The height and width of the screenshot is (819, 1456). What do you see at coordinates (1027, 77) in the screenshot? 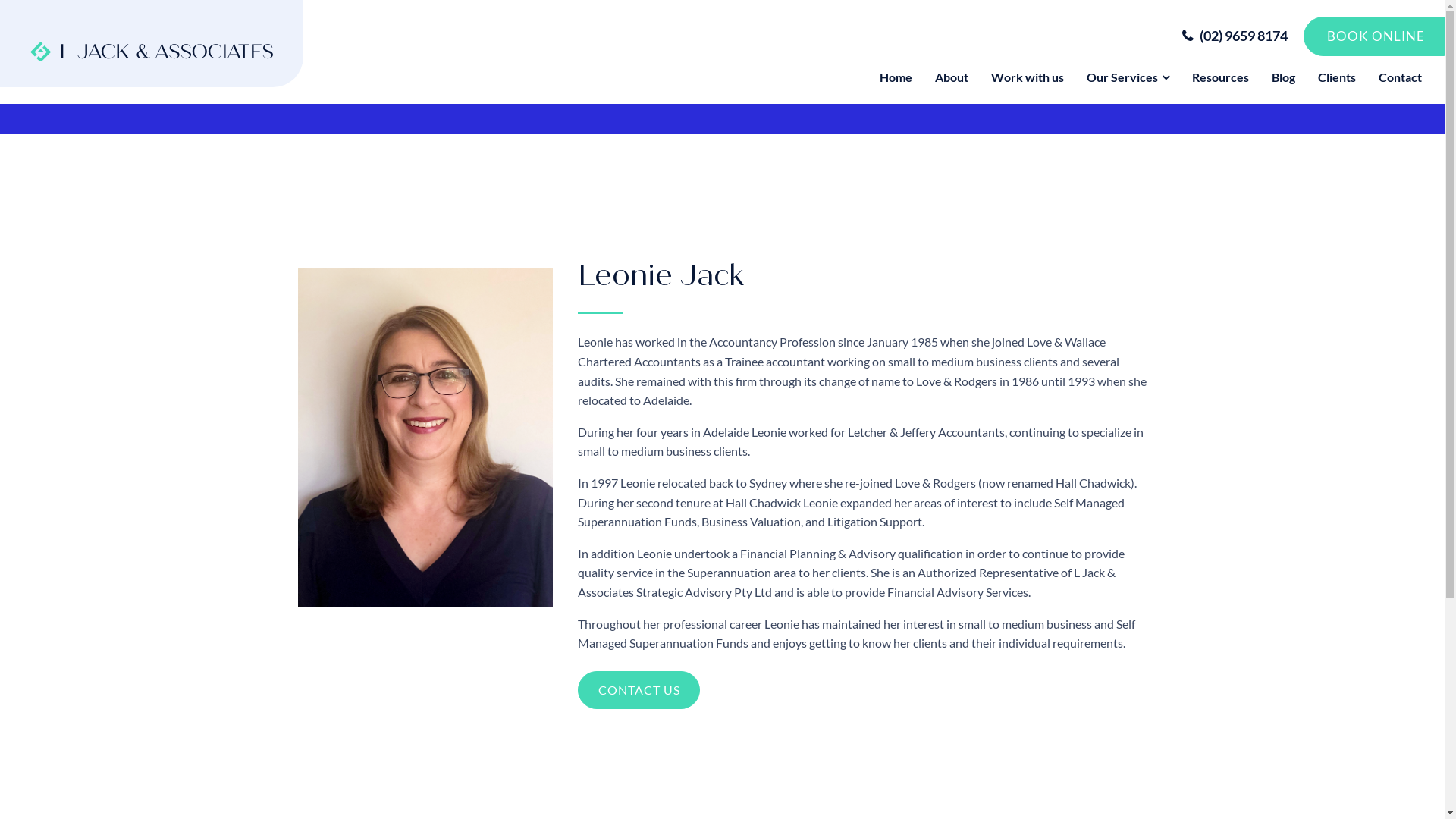
I see `'Work with us'` at bounding box center [1027, 77].